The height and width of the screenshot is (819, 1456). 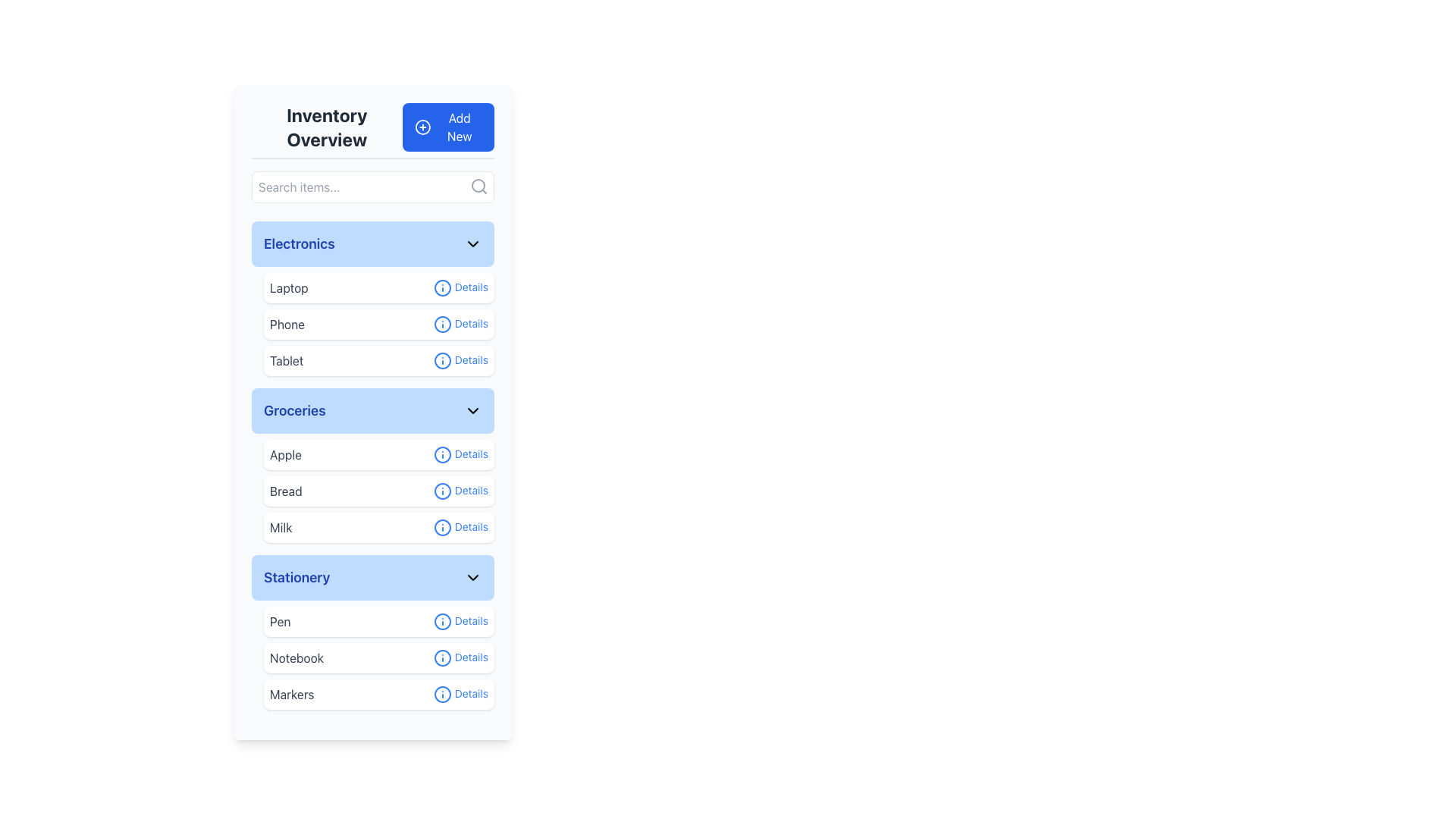 I want to click on the 'Details' link associated with the 'Tablet' item in the 'Electronics' category, so click(x=460, y=360).